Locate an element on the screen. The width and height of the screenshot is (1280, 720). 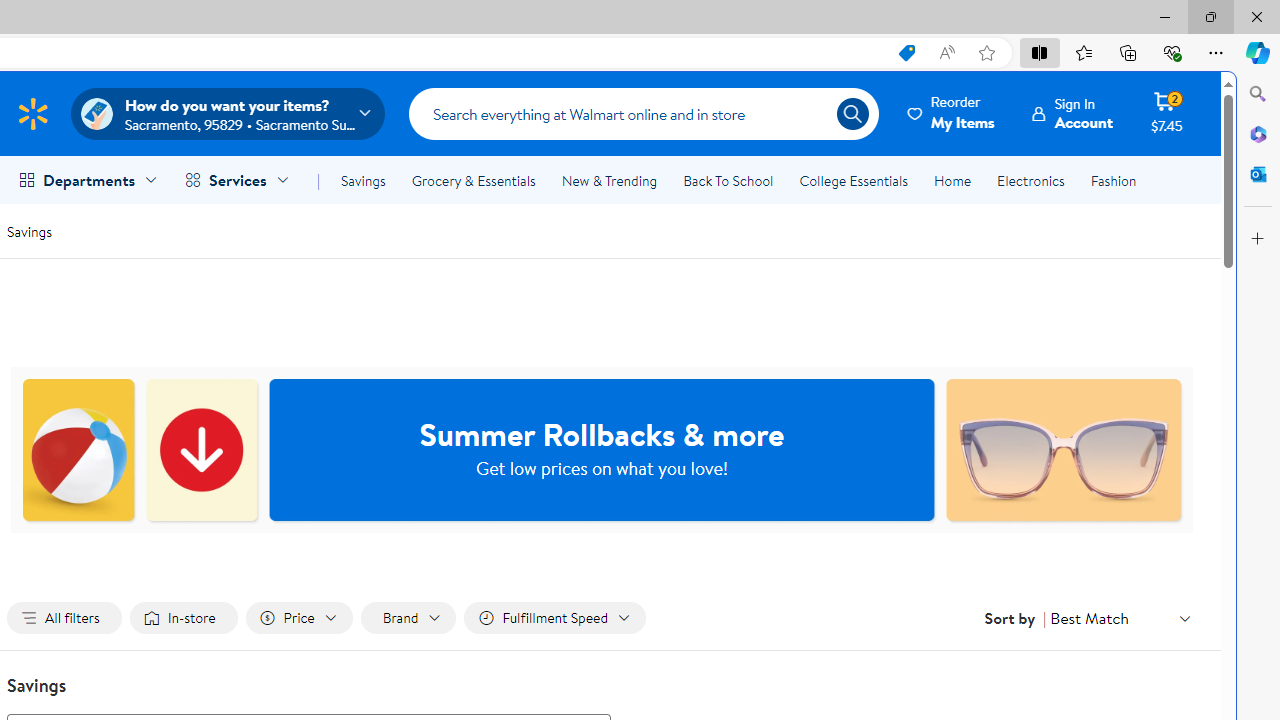
'Filter by Brand not applied, activate to change' is located at coordinates (407, 617).